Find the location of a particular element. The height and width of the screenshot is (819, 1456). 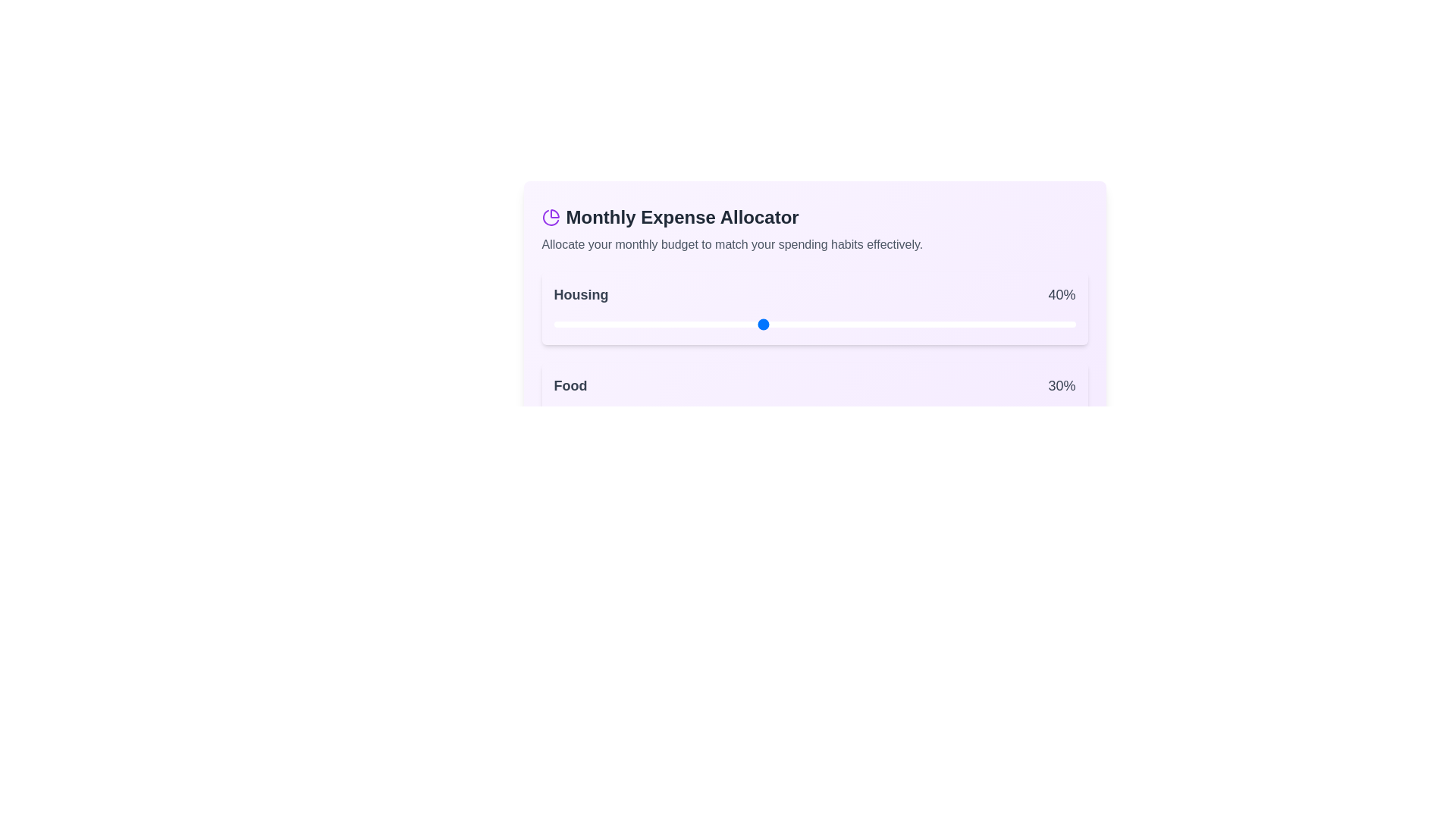

the value of the 'Housing' percentage slider is located at coordinates (913, 324).